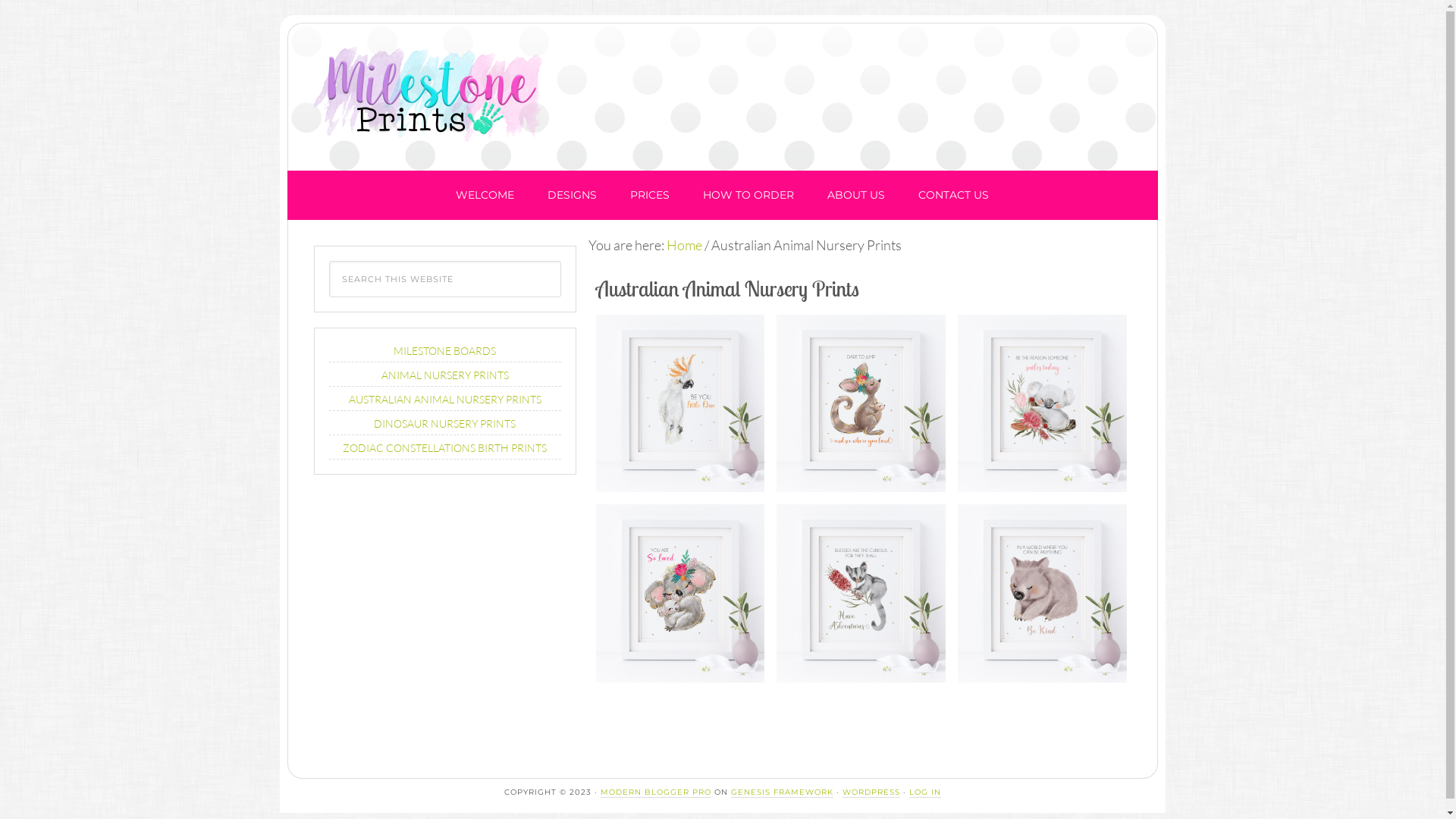  I want to click on 'DINOSAUR NURSERY PRINTS', so click(374, 423).